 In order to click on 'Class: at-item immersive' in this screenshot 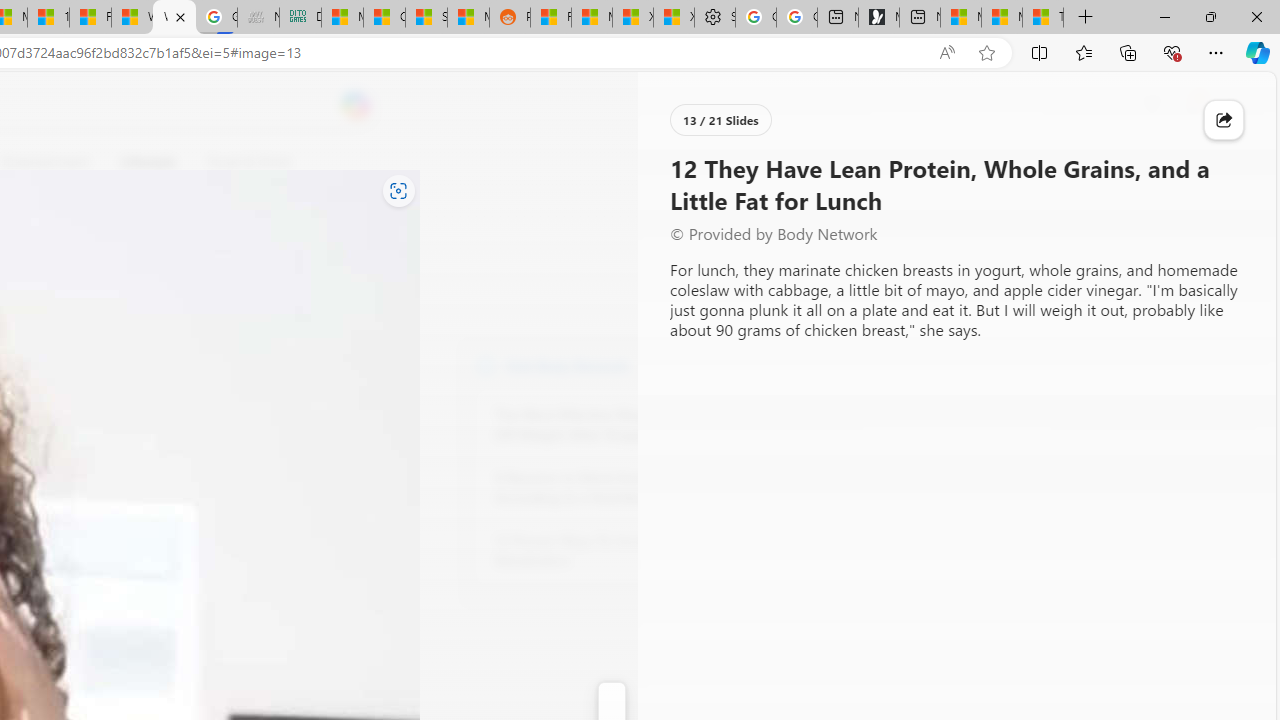, I will do `click(1223, 120)`.